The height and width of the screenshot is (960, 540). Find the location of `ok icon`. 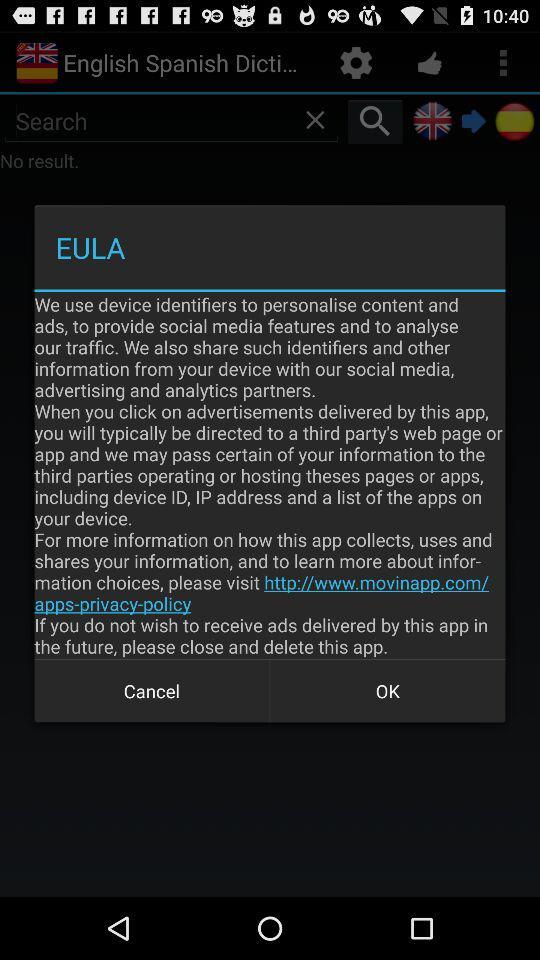

ok icon is located at coordinates (387, 691).